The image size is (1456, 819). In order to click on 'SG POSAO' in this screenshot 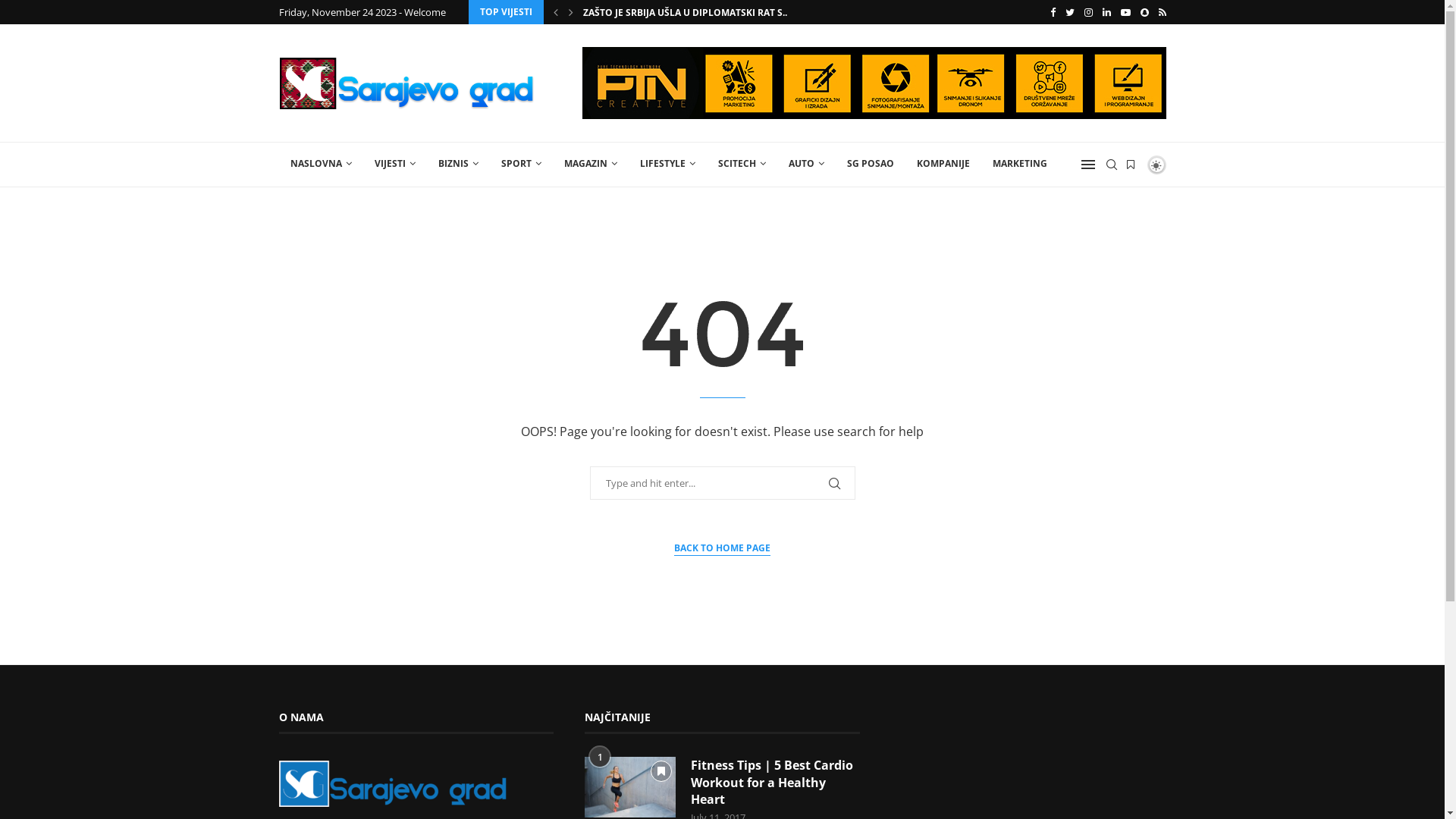, I will do `click(835, 164)`.